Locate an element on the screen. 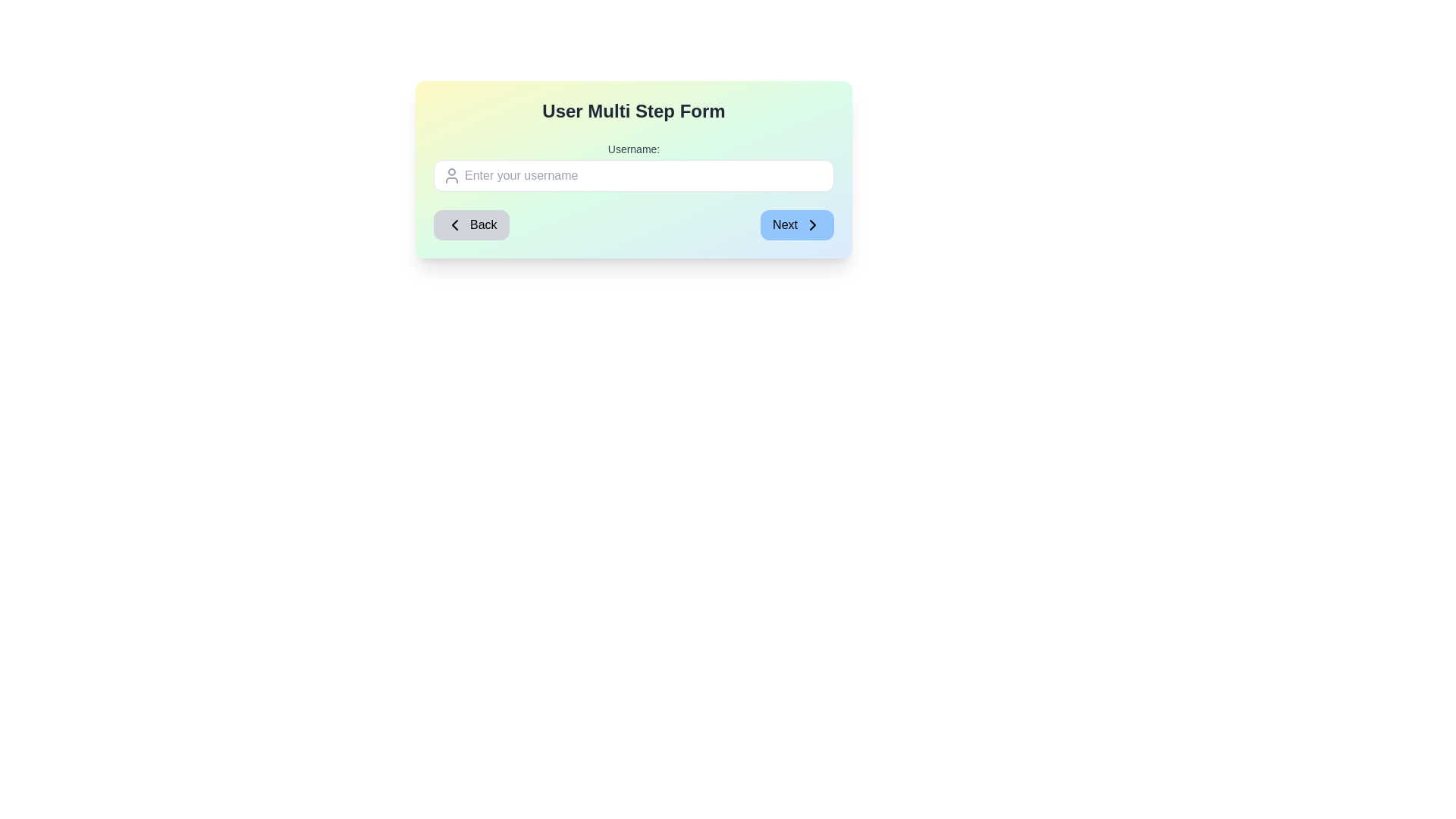 This screenshot has width=1456, height=819. the 'User Multi Step Form' text label, which is prominently displayed in a bold, large, dark gray font at the top of the form card is located at coordinates (633, 110).